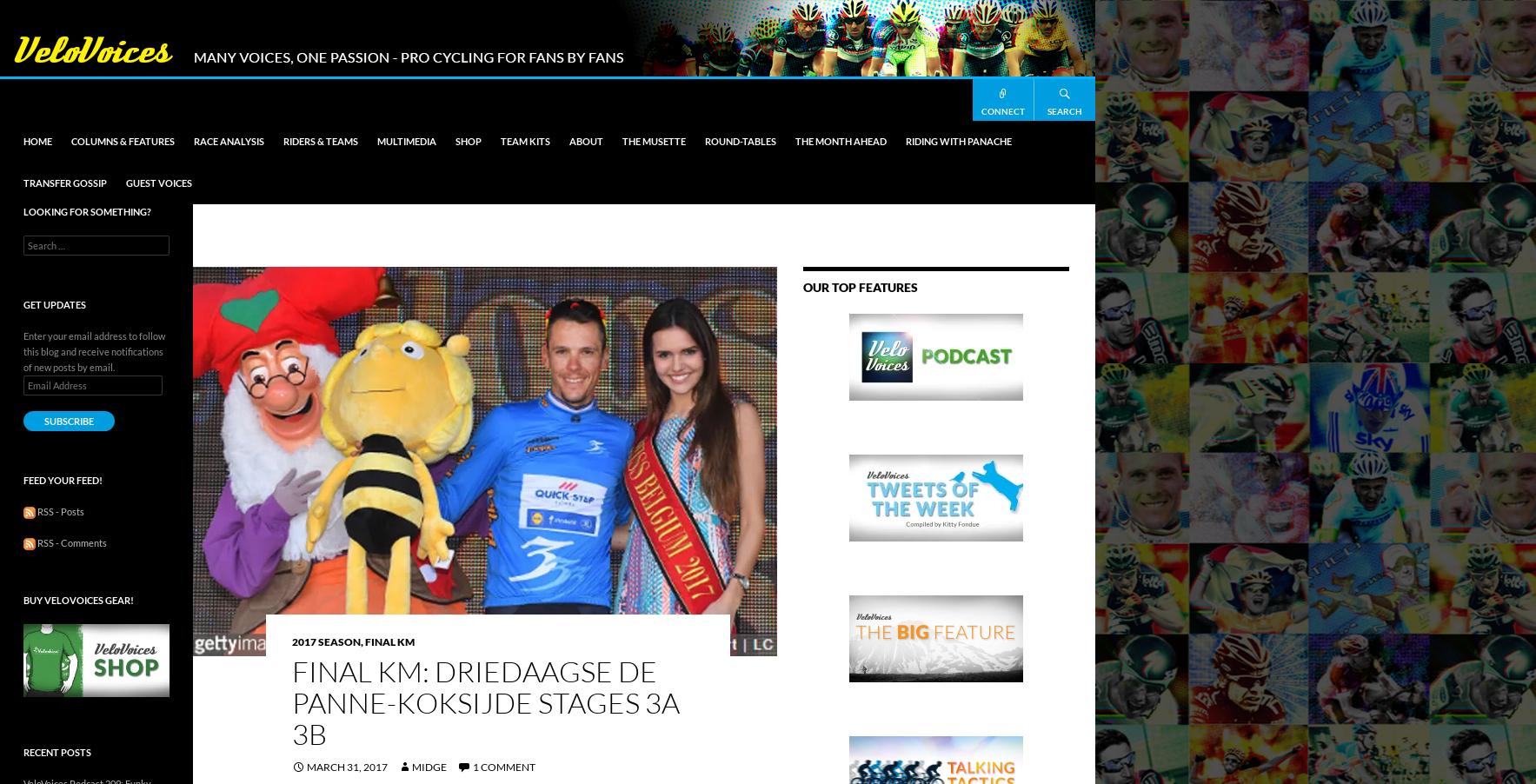 The image size is (1536, 784). I want to click on 'RSS - Posts', so click(58, 511).